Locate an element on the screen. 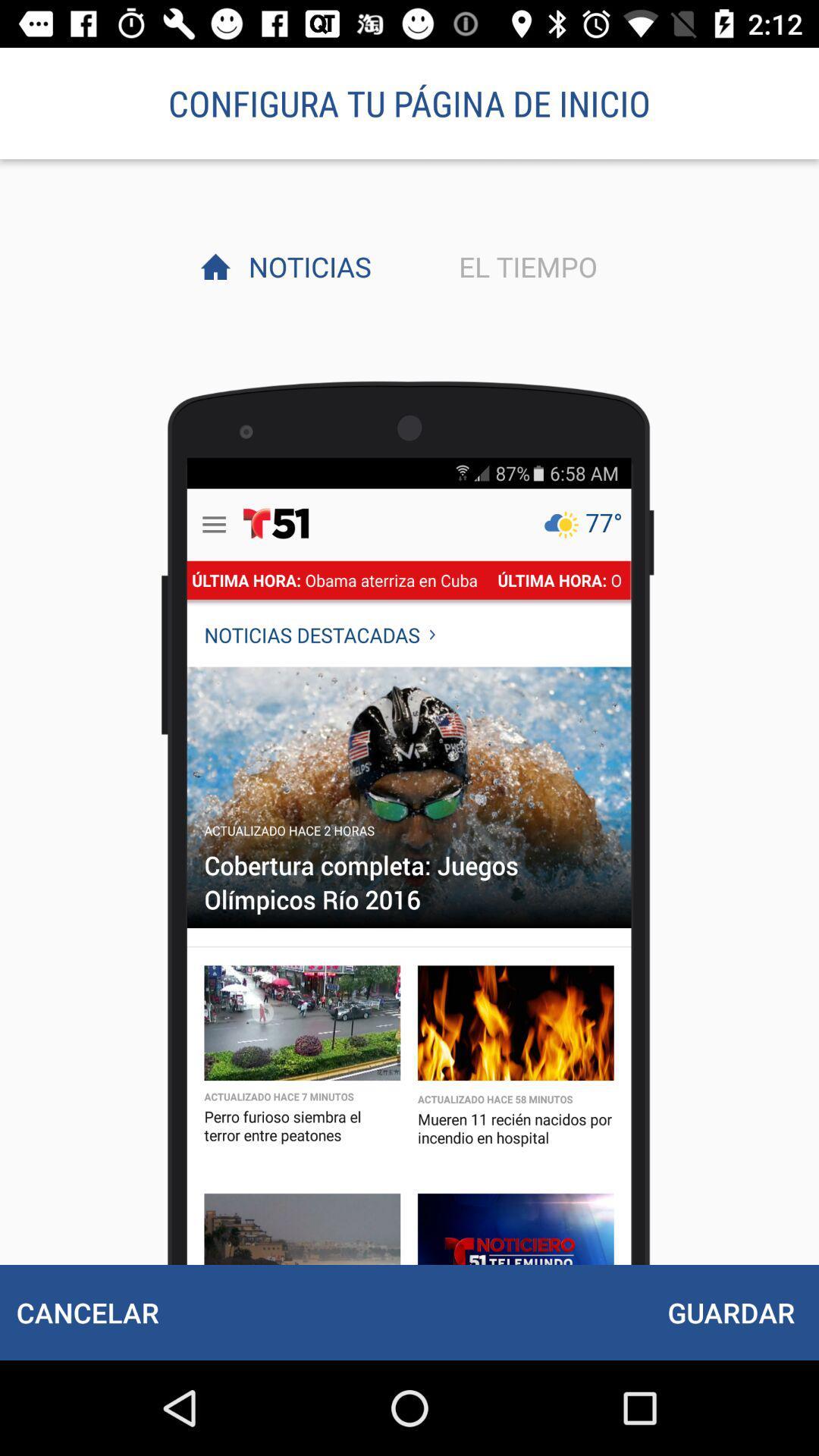  the el tiempo item is located at coordinates (523, 266).